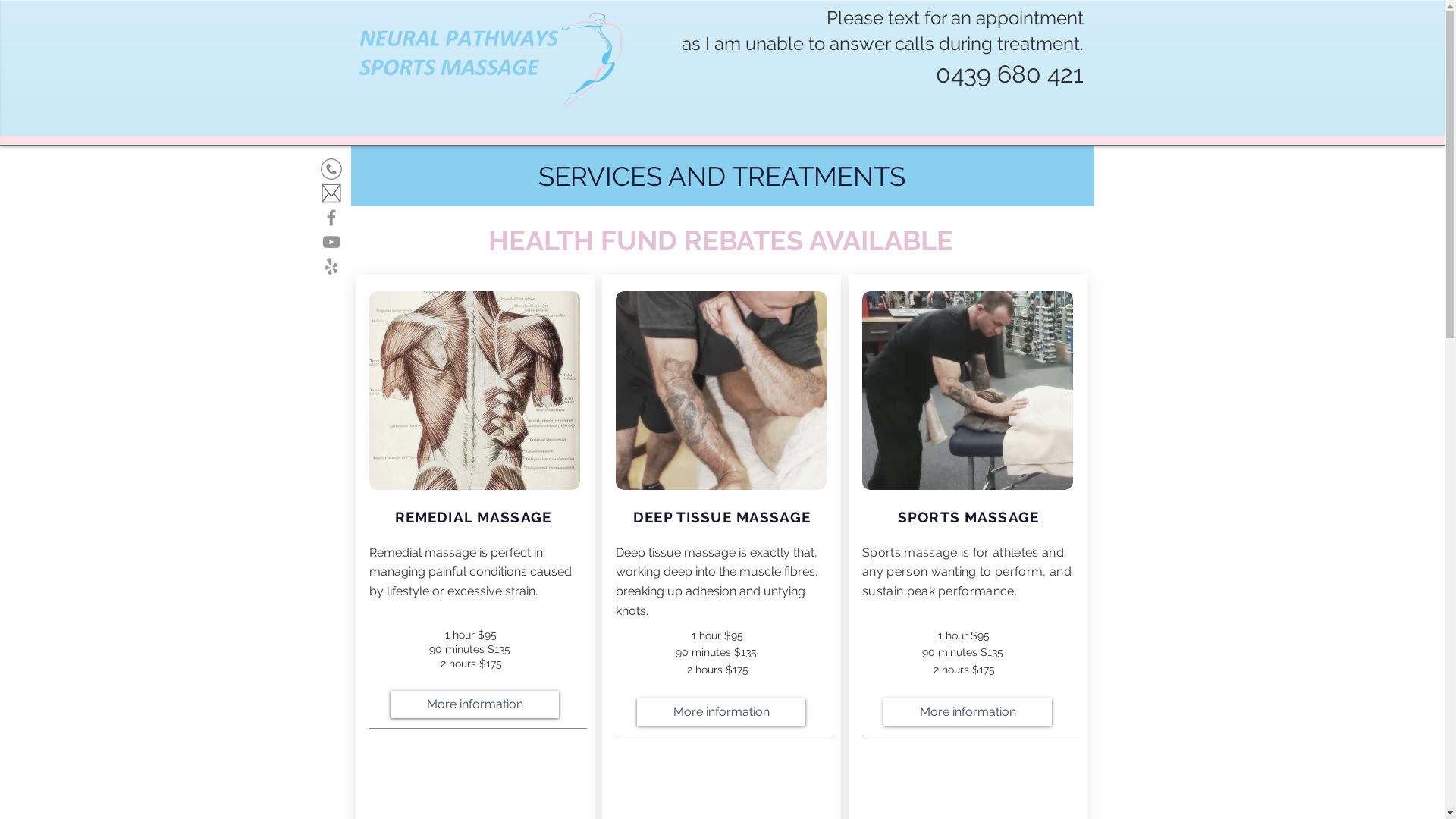 The image size is (1456, 819). Describe the element at coordinates (720, 516) in the screenshot. I see `'DEEP TISSUE MASSAGE'` at that location.